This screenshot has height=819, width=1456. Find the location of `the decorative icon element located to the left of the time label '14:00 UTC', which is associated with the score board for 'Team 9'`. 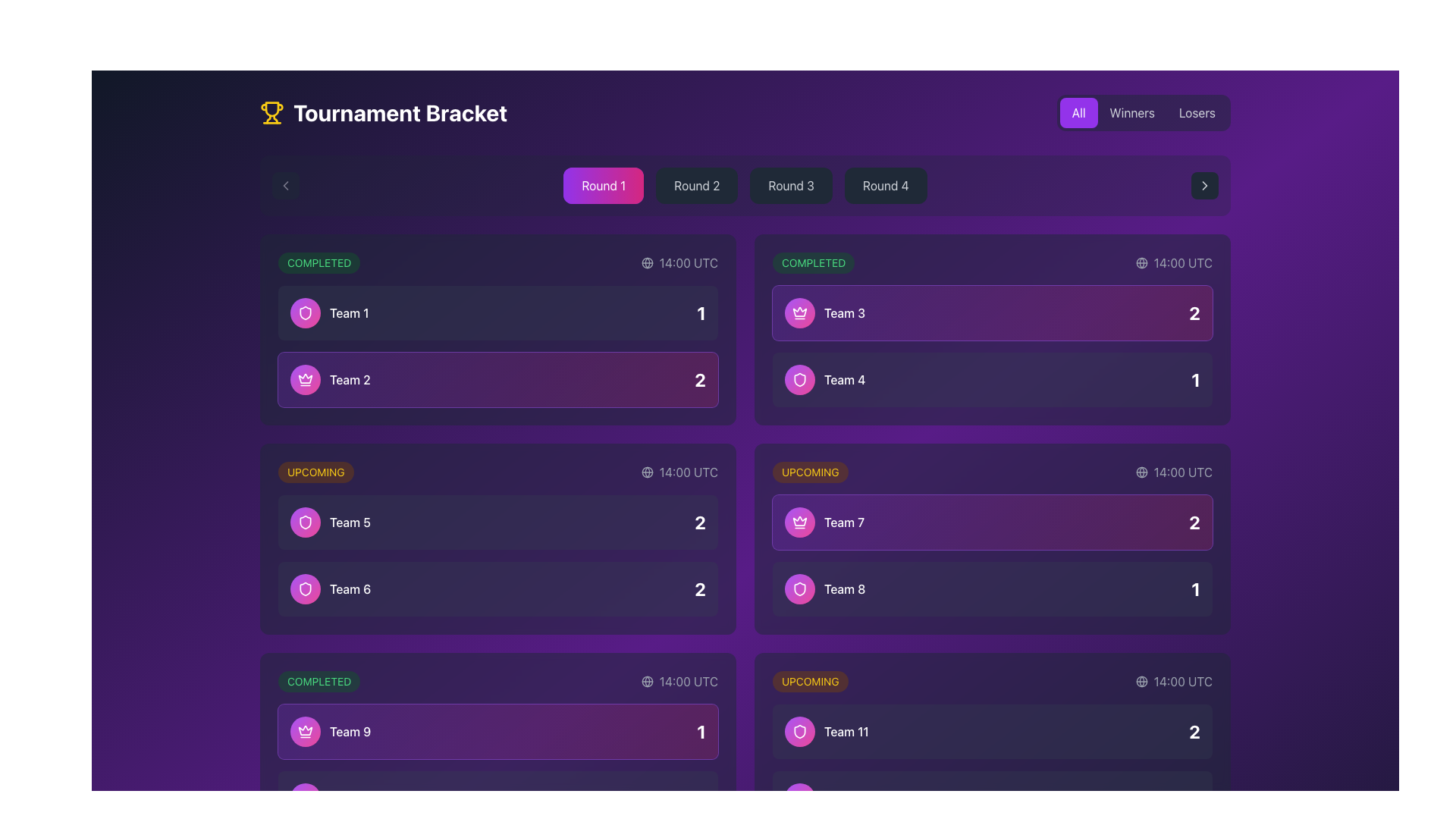

the decorative icon element located to the left of the time label '14:00 UTC', which is associated with the score board for 'Team 9' is located at coordinates (647, 680).